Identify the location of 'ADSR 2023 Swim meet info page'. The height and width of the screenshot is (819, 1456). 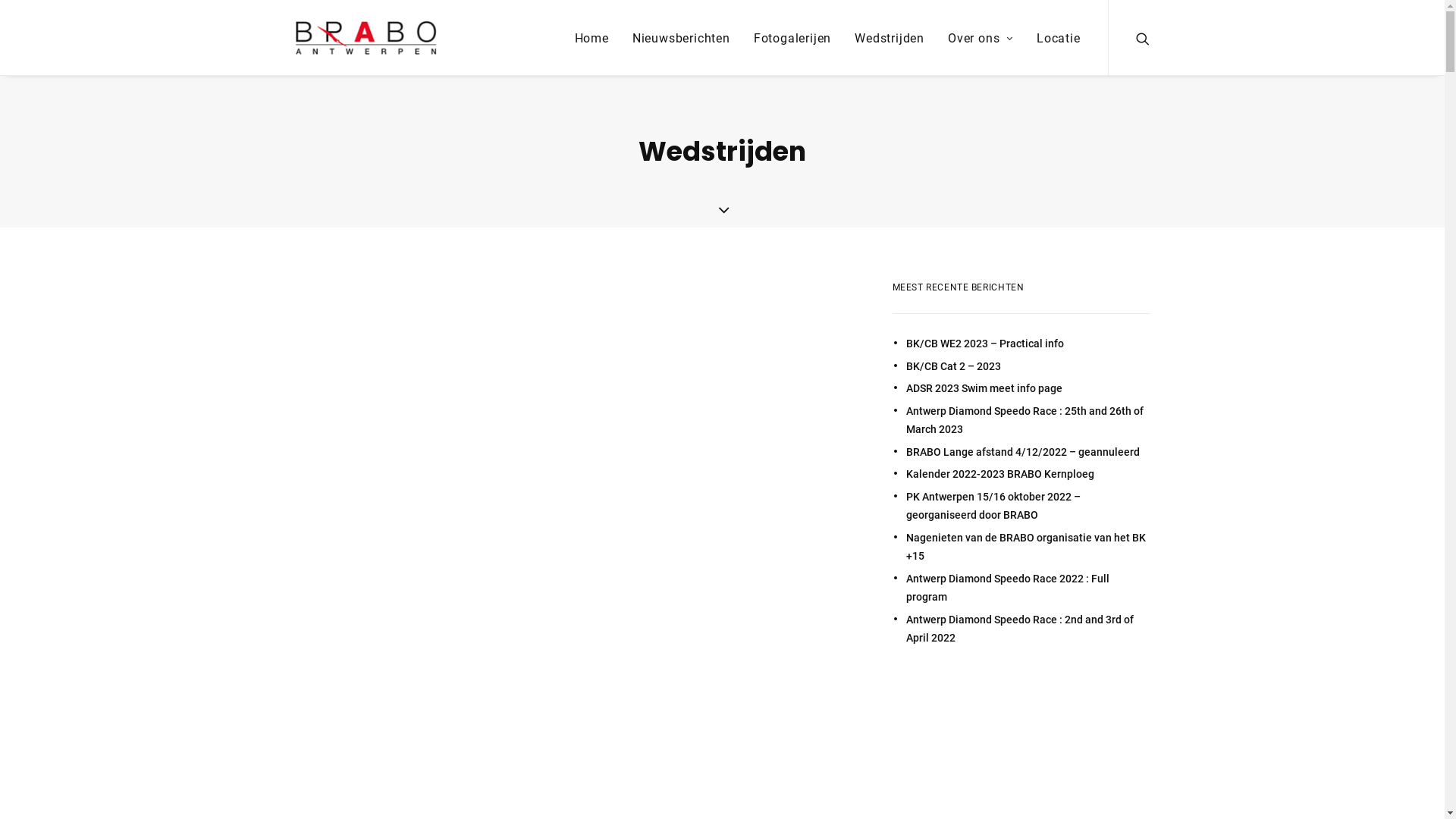
(1027, 388).